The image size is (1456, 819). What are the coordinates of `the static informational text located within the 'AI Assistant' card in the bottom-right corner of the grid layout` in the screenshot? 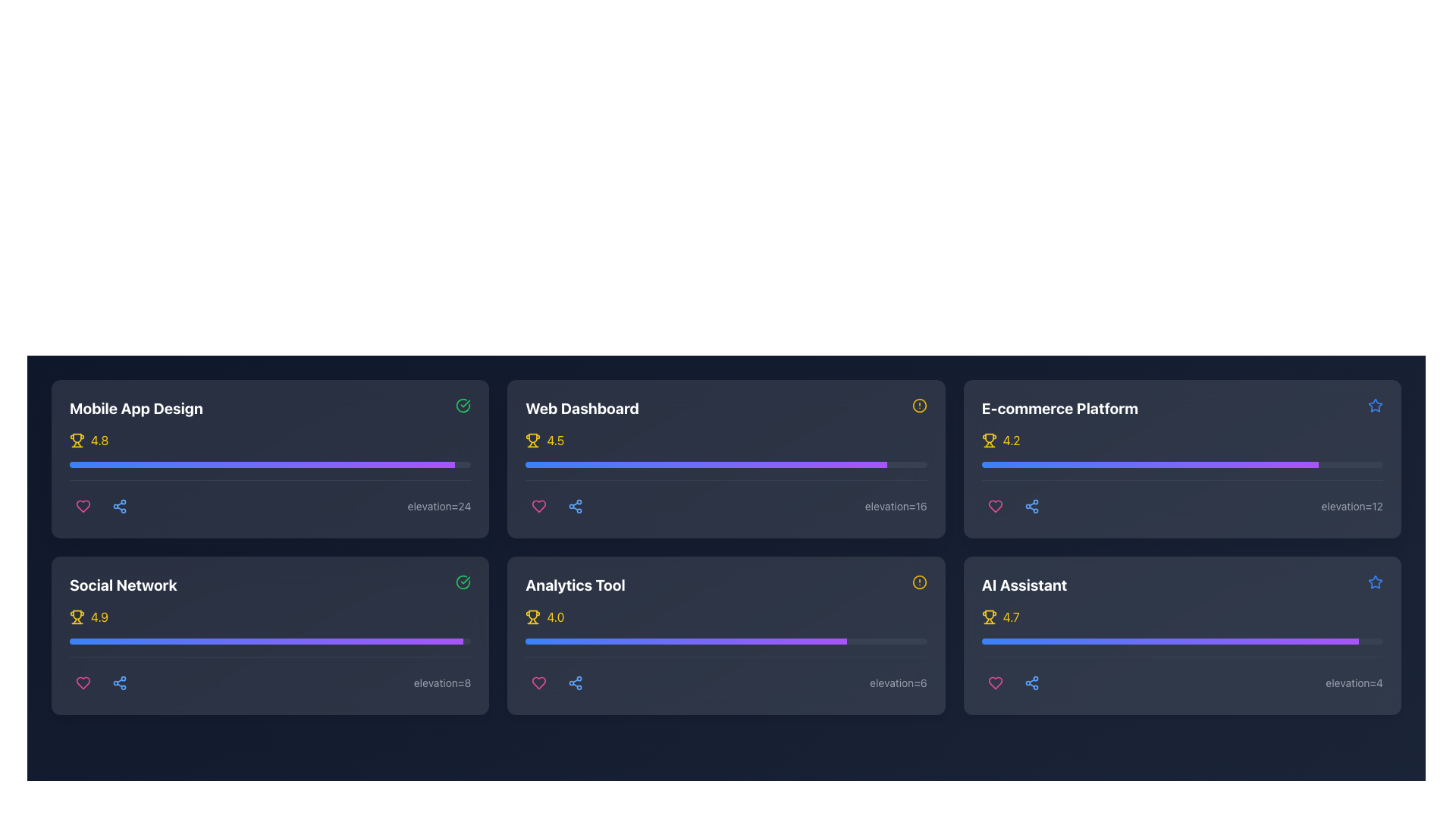 It's located at (1354, 683).